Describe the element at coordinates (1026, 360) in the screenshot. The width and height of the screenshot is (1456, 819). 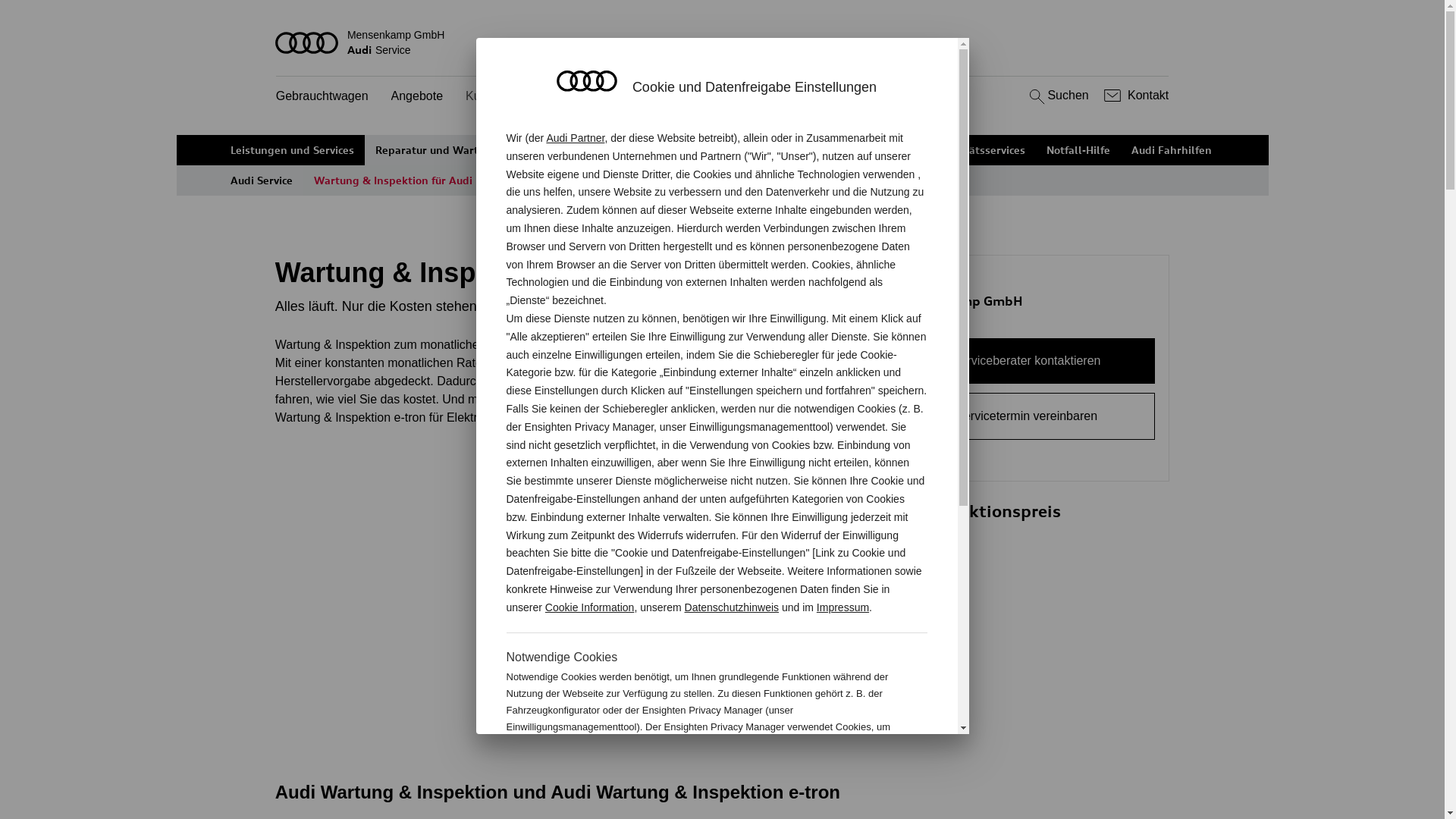
I see `'Serviceberater kontaktieren'` at that location.